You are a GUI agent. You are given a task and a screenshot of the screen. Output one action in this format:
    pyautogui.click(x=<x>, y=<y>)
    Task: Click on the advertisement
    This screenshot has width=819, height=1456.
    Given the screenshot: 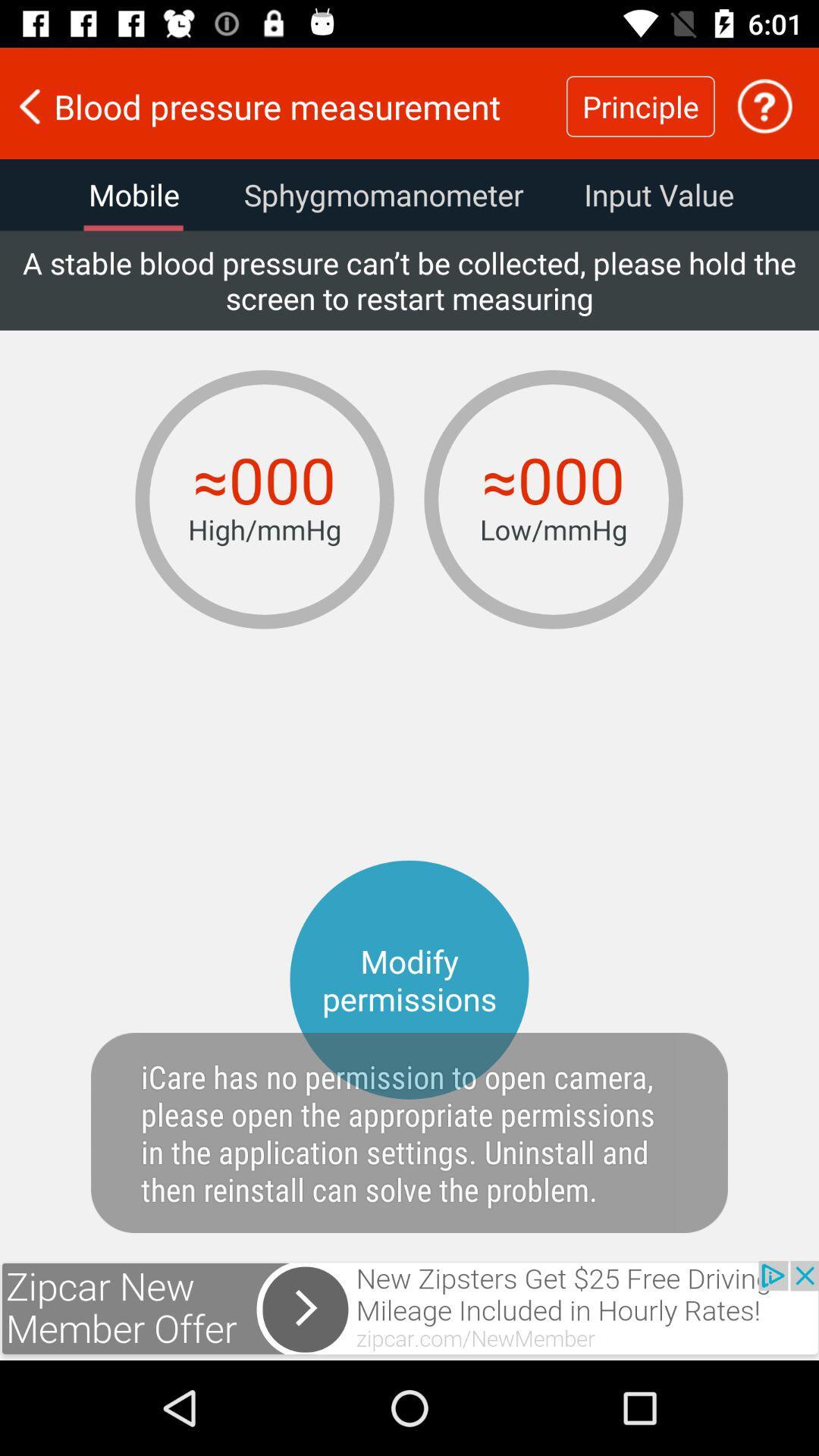 What is the action you would take?
    pyautogui.click(x=409, y=1310)
    